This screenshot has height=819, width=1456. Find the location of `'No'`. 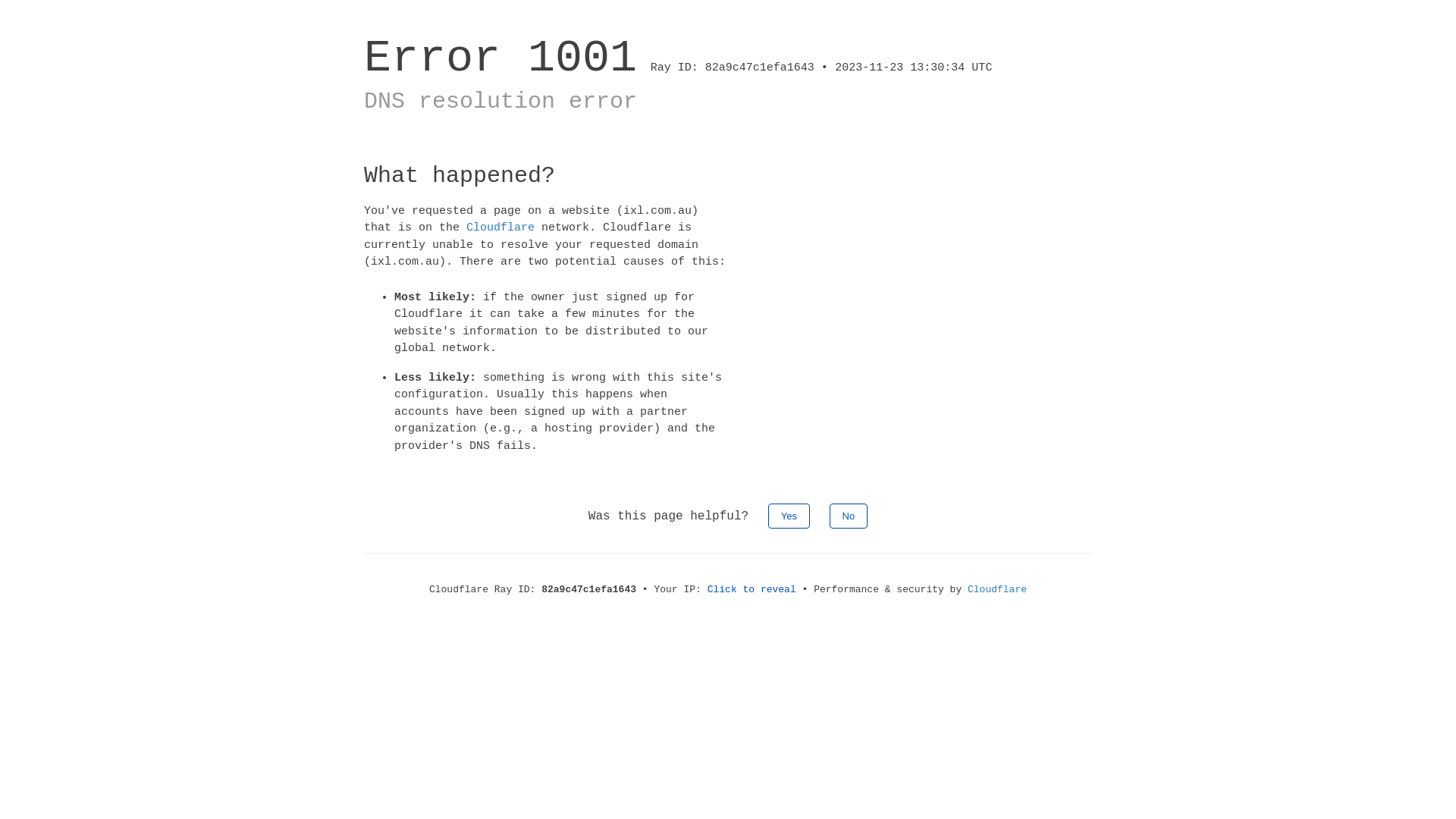

'No' is located at coordinates (848, 515).